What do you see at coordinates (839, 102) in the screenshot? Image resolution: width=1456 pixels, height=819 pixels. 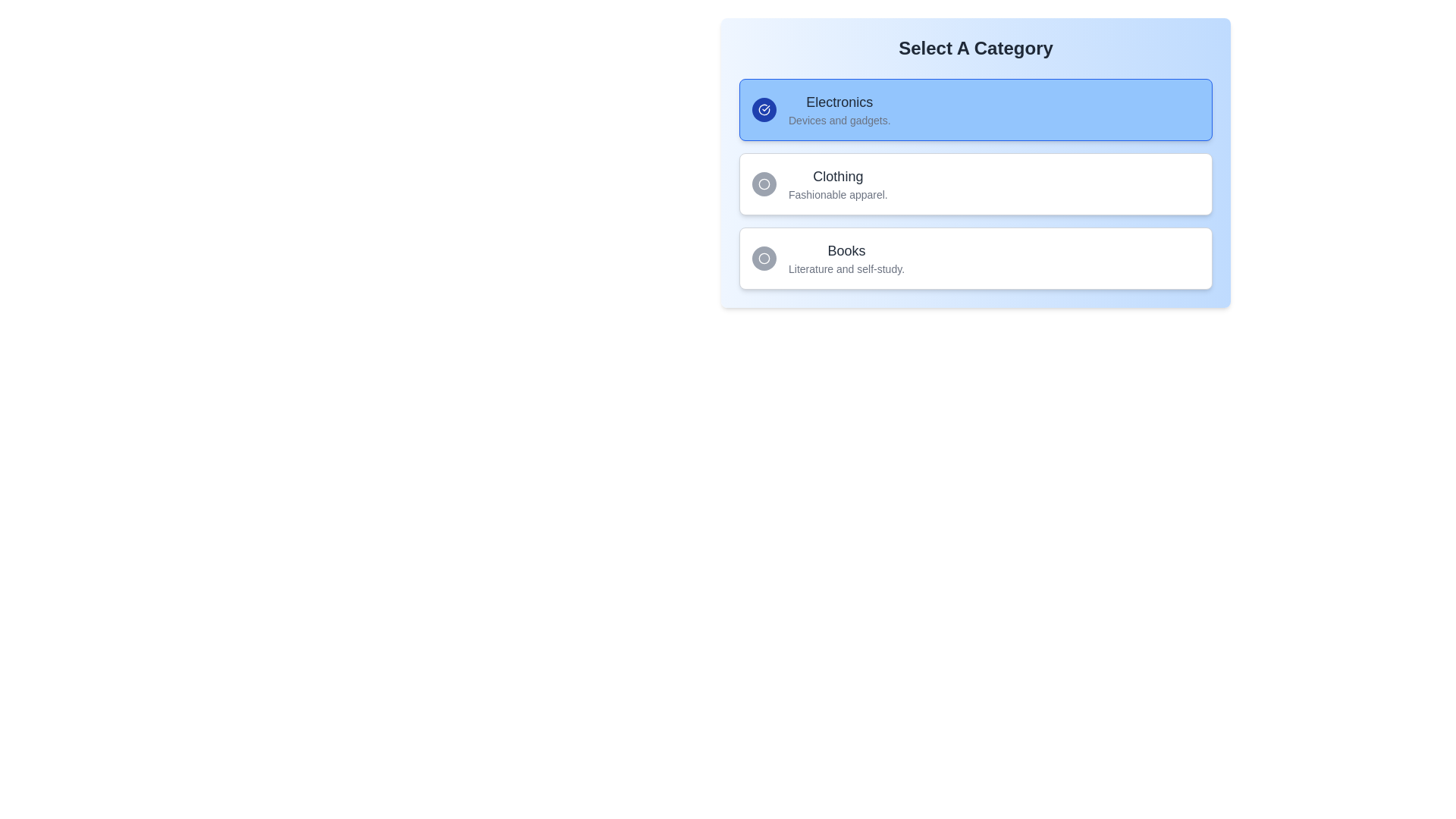 I see `the bold 'Electronics' text label, which is the header of the first category item in the 'Select A Category' selection card` at bounding box center [839, 102].